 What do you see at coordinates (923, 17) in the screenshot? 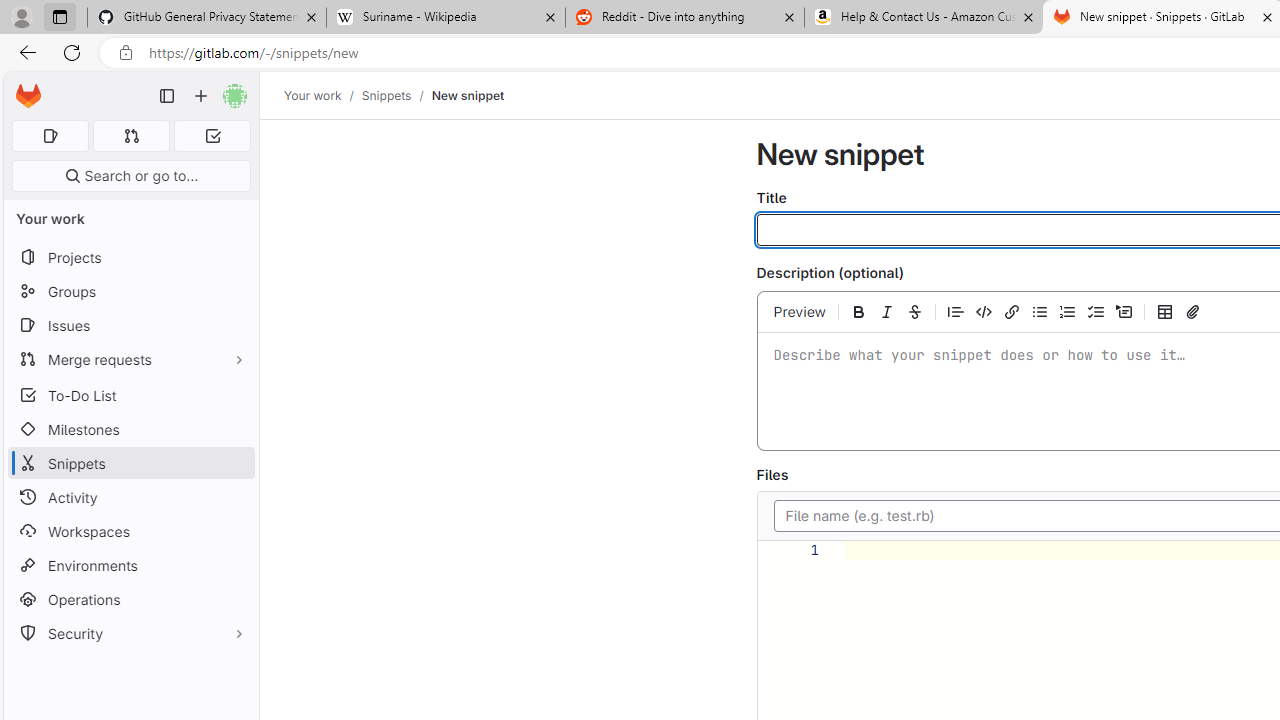
I see `'Help & Contact Us - Amazon Customer Service'` at bounding box center [923, 17].